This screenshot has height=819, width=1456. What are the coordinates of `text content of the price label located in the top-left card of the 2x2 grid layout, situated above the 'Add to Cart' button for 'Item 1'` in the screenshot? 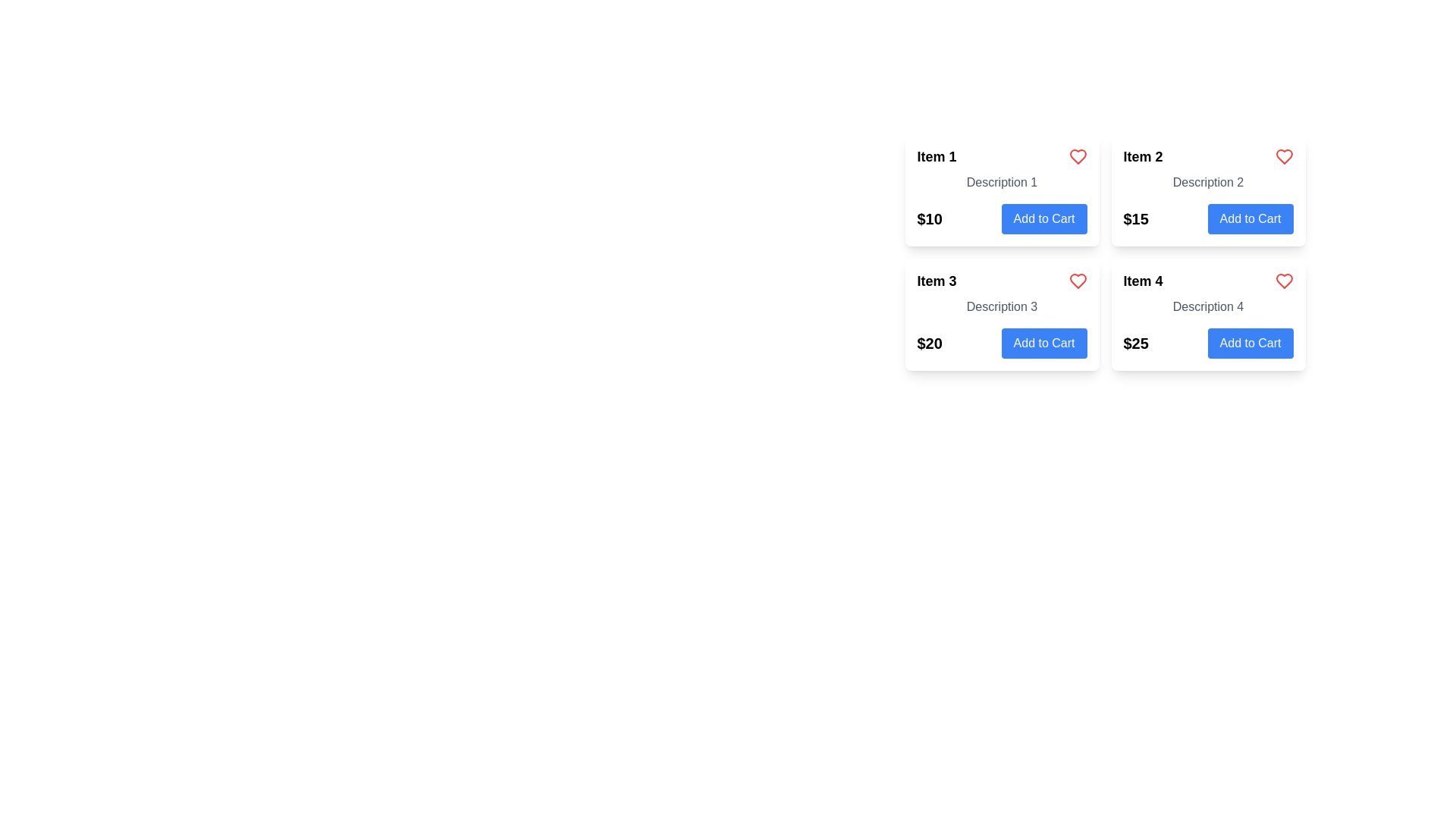 It's located at (929, 219).